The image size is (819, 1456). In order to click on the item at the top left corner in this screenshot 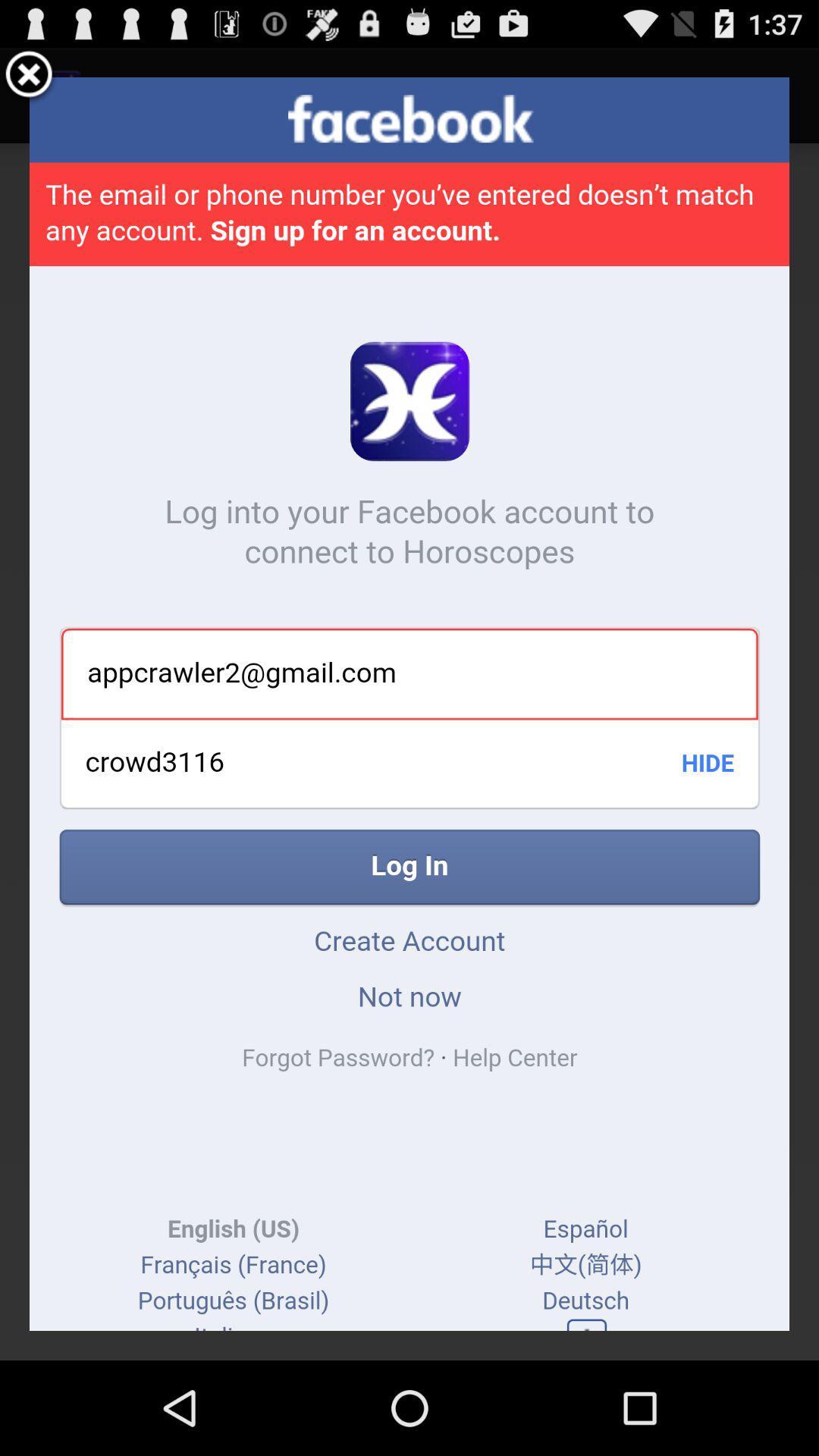, I will do `click(29, 76)`.